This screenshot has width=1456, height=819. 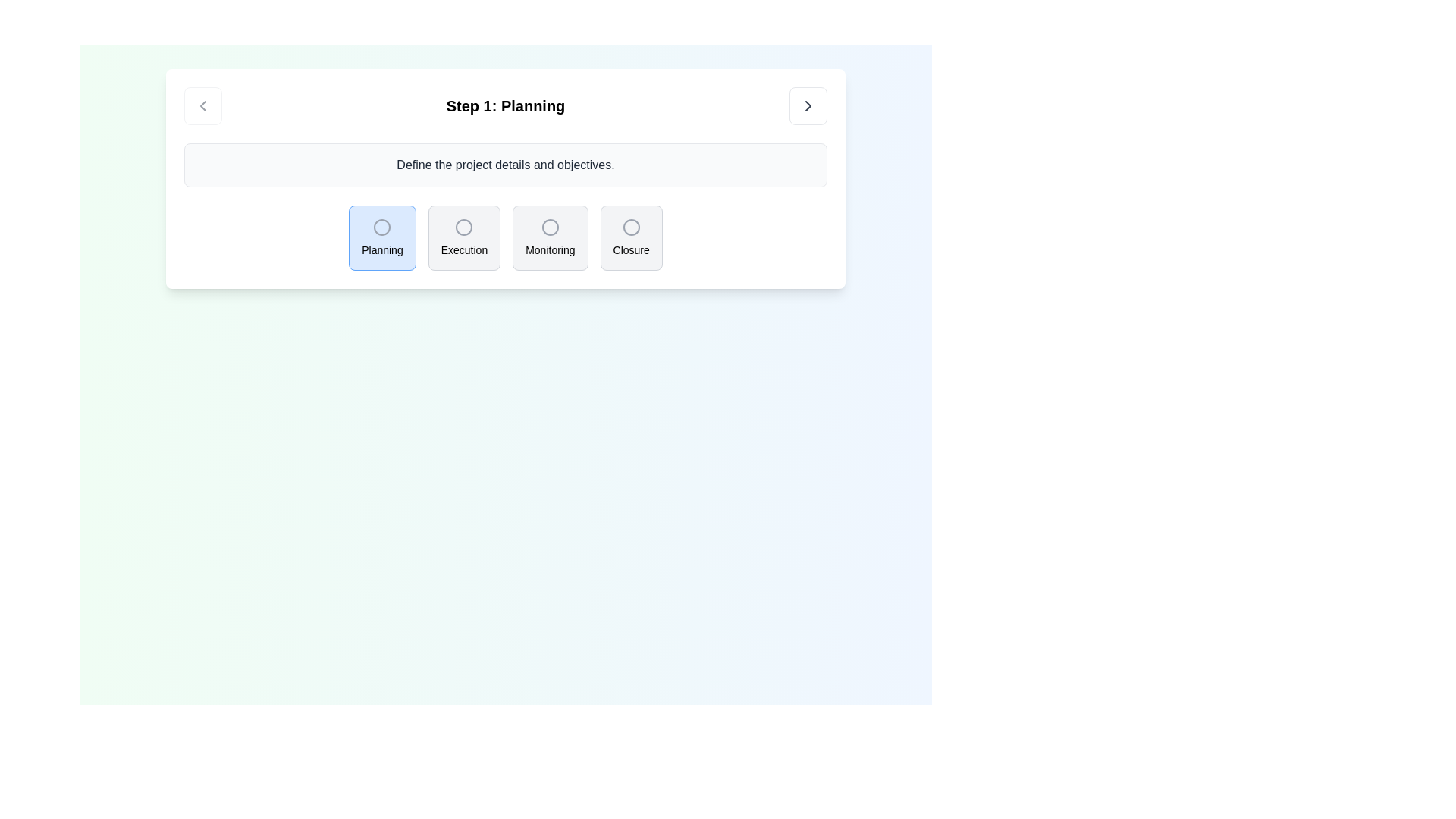 I want to click on the 'Monitoring' button in the project workflow, so click(x=549, y=237).